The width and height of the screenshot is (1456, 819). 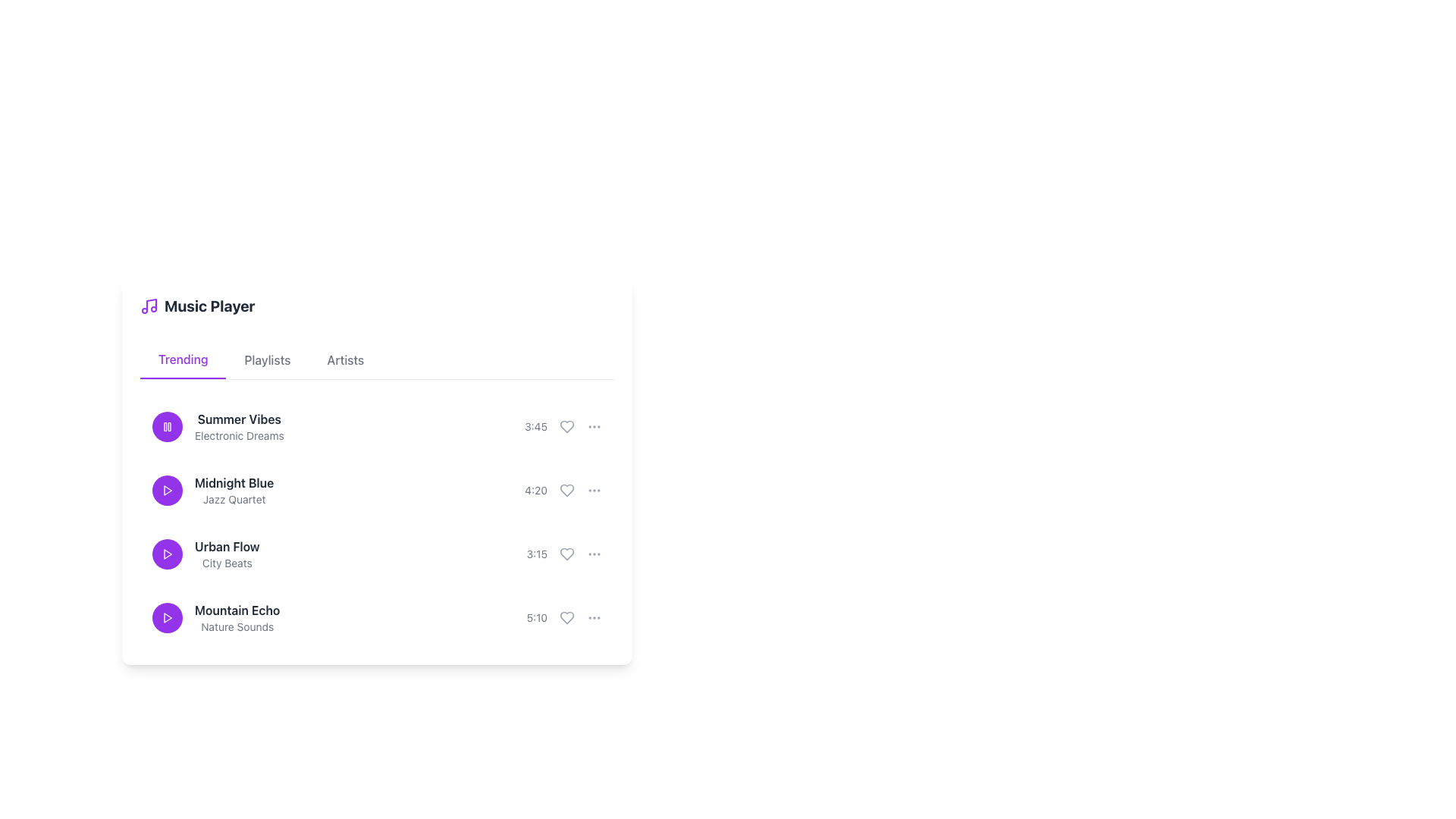 I want to click on the circular button with a purple background and a white play icon located in the leftmost area of the 'Urban Flow' list item for keyboard interactions, so click(x=167, y=554).